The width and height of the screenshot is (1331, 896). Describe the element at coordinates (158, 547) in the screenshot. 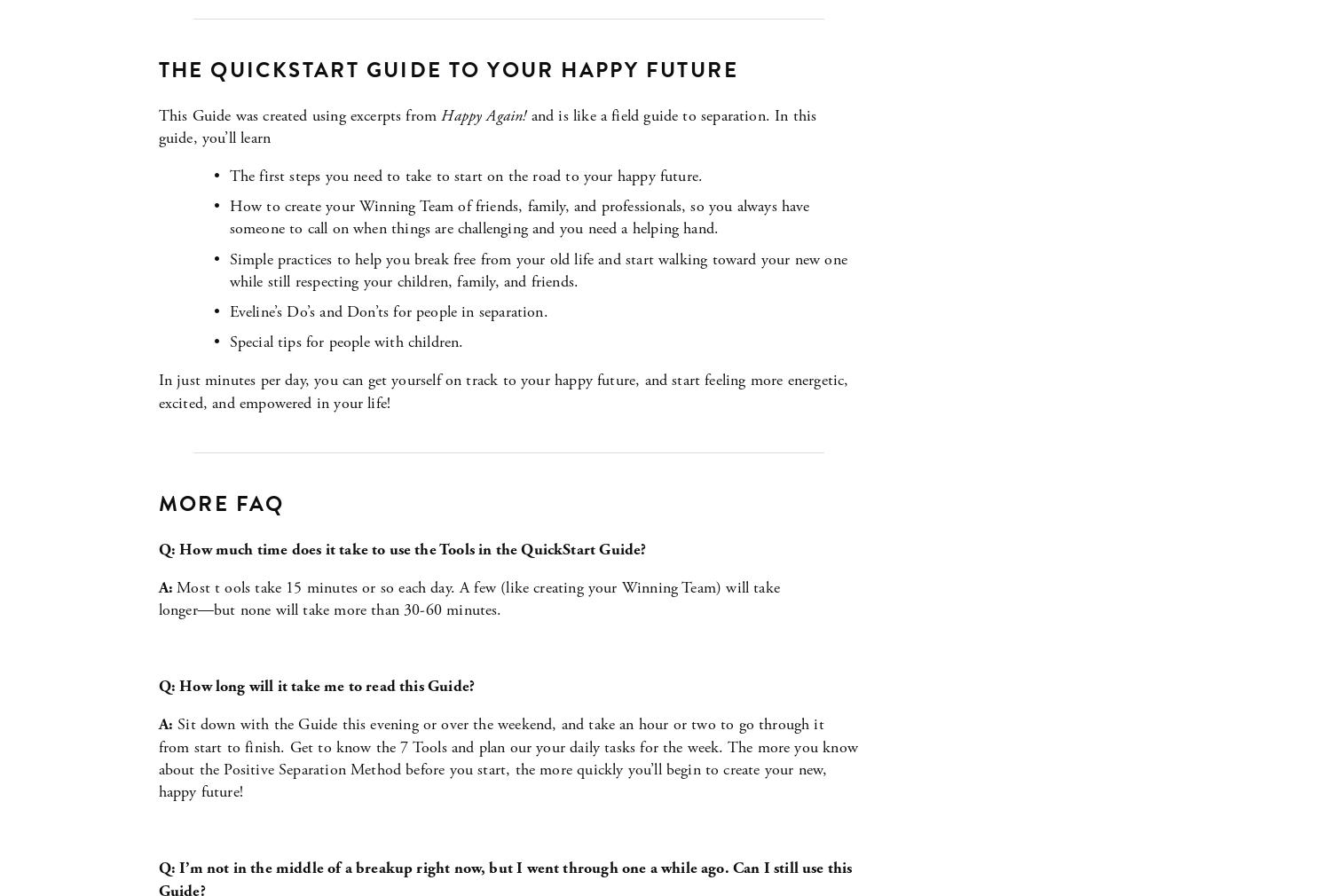

I see `'Q: How much time does it take to use the Tools in the QuickStart Guide?'` at that location.